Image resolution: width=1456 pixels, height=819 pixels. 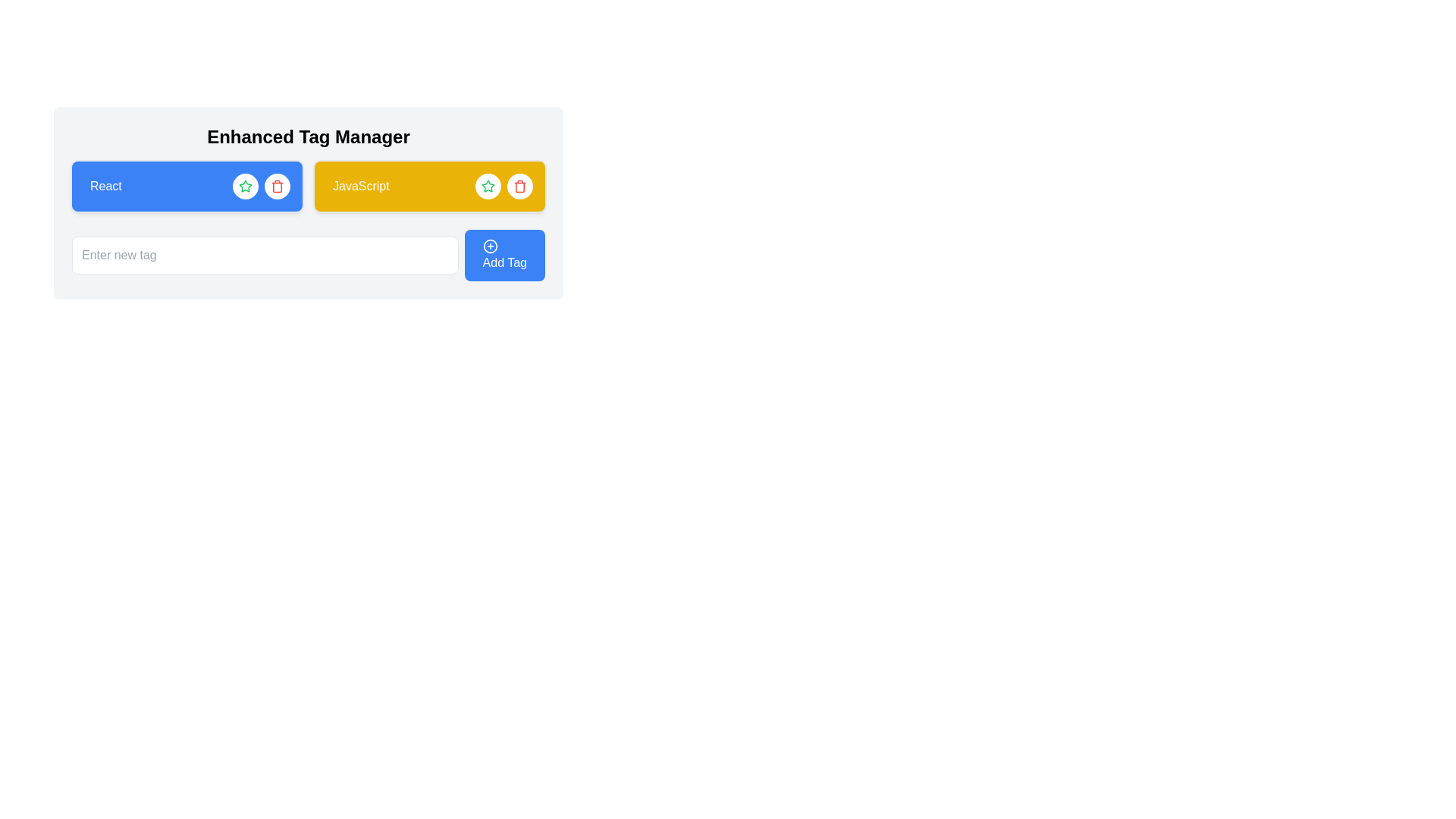 What do you see at coordinates (520, 187) in the screenshot?
I see `the trash can body icon, which signifies a delete action and is located next to the yellow-colored 'JavaScript' tag` at bounding box center [520, 187].